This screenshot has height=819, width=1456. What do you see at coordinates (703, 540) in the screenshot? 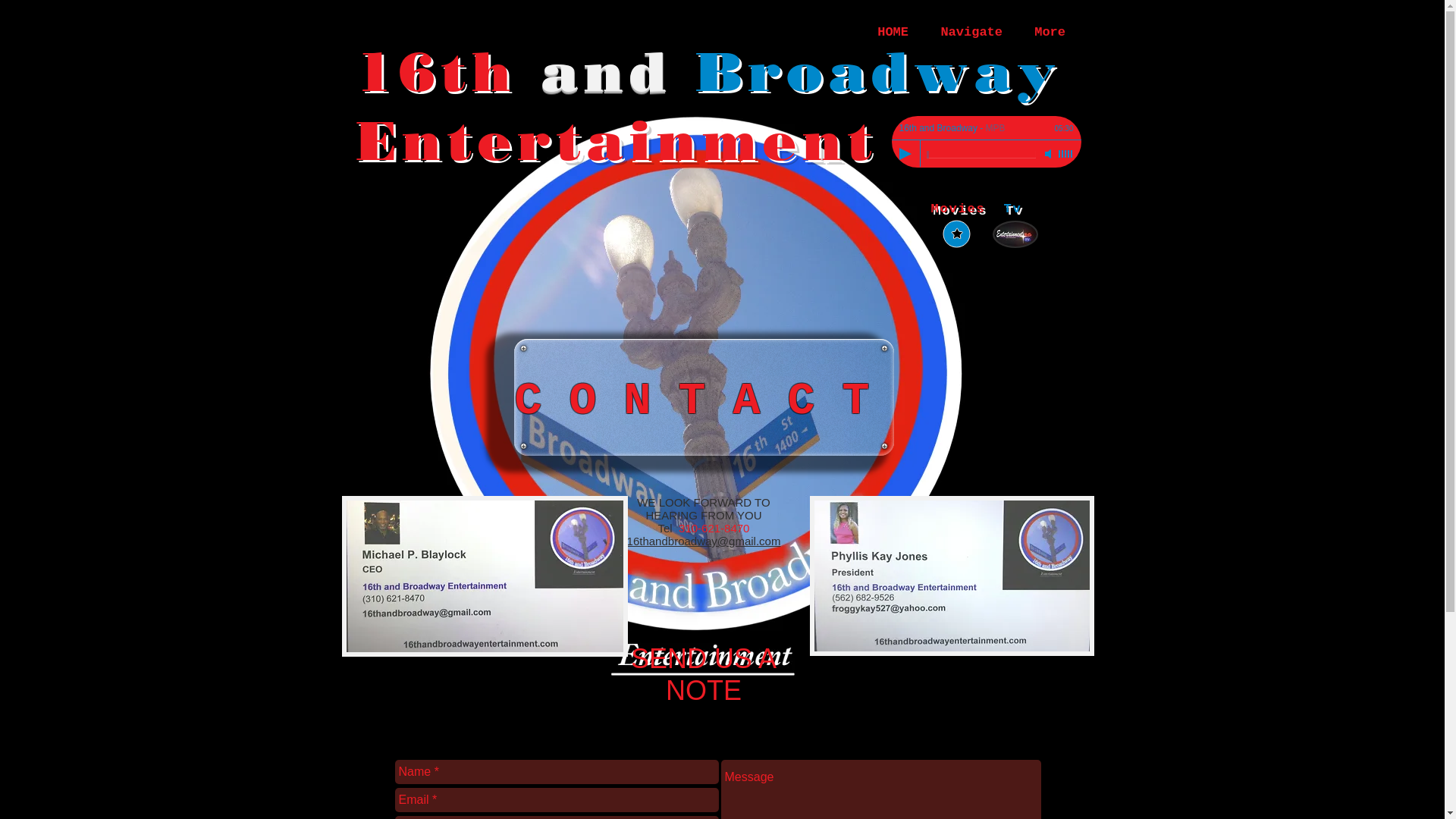
I see `'16thandbroadway@gmail.com'` at bounding box center [703, 540].